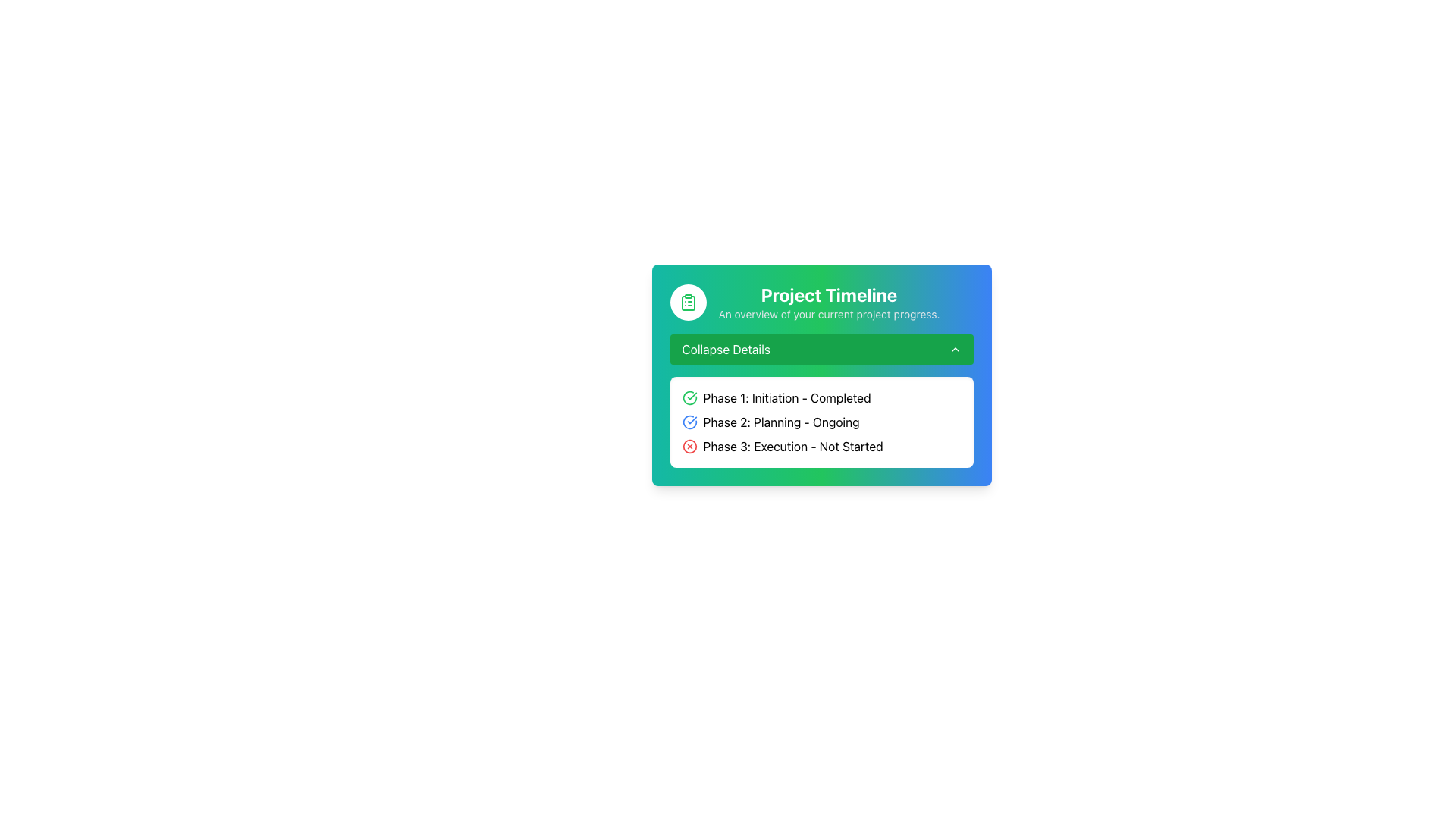 The height and width of the screenshot is (819, 1456). What do you see at coordinates (828, 302) in the screenshot?
I see `text from the title and subtitle Text Block located at the top of the main panel, positioned to the right of a circular clipboard icon` at bounding box center [828, 302].